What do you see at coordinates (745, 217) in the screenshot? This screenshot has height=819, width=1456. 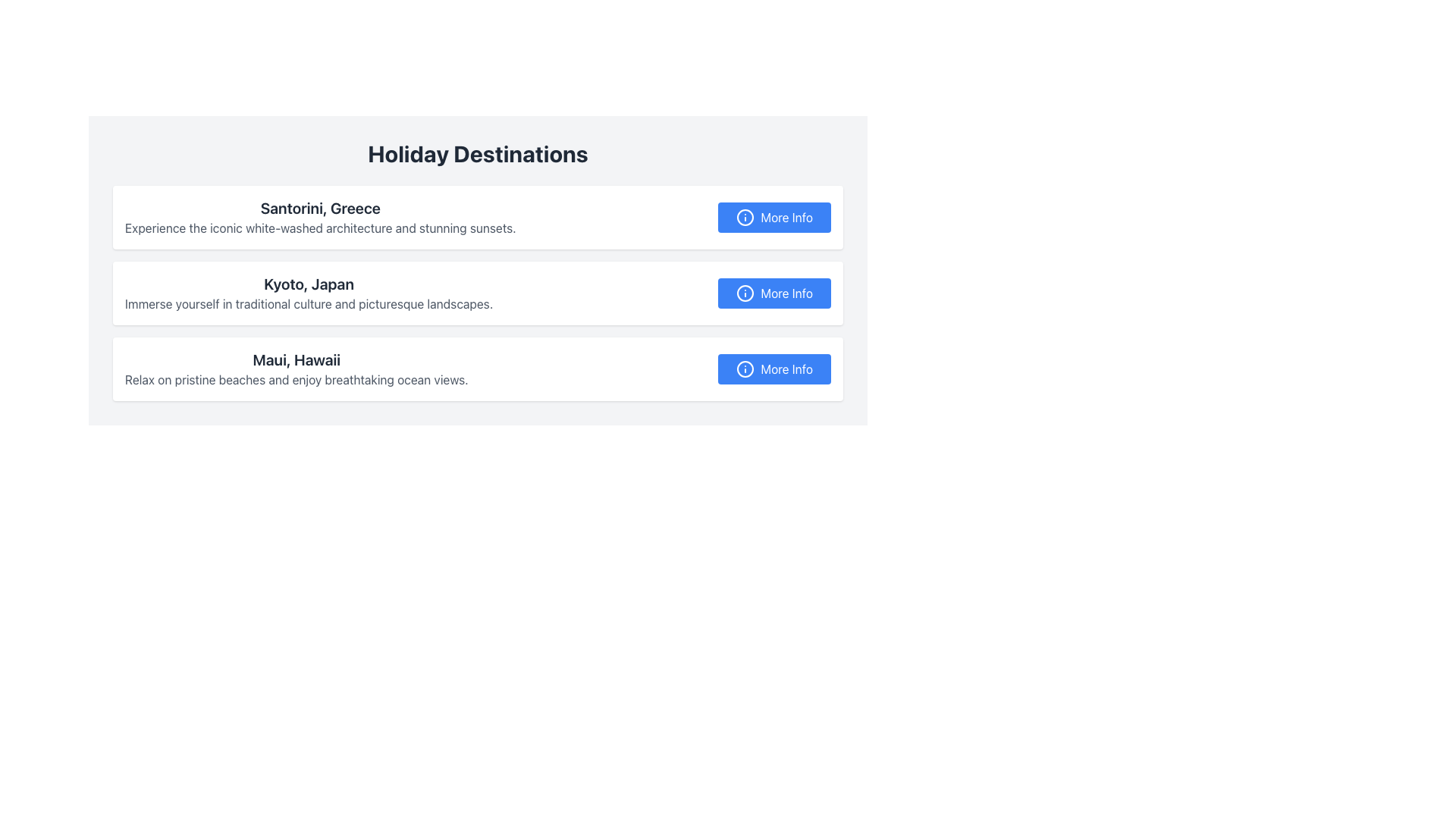 I see `the Decorative Circle that is part of the 'info' icon for the first entry in the list corresponding to 'Santorini, Greece'` at bounding box center [745, 217].